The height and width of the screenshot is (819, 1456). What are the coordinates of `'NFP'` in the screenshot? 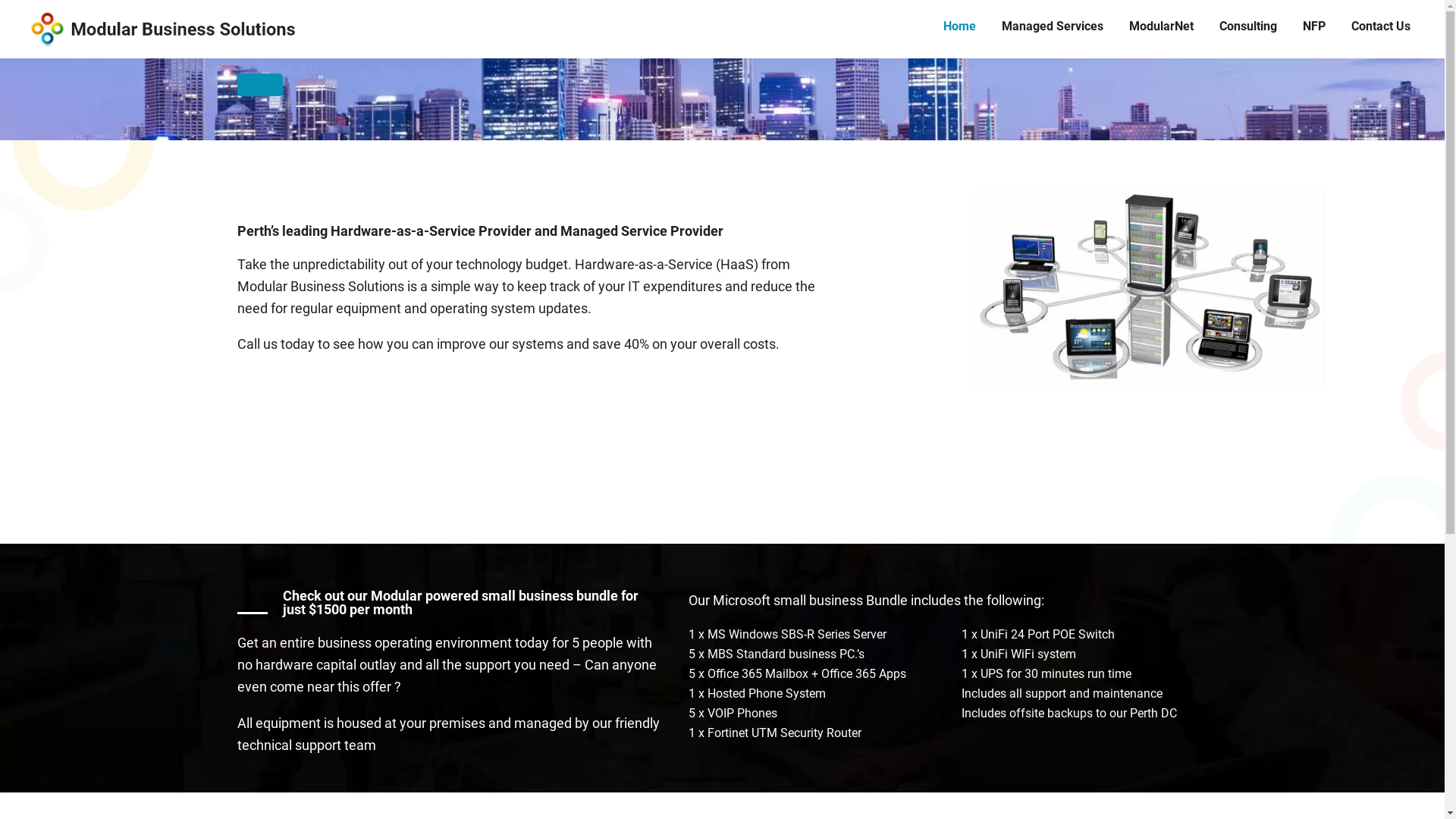 It's located at (1291, 26).